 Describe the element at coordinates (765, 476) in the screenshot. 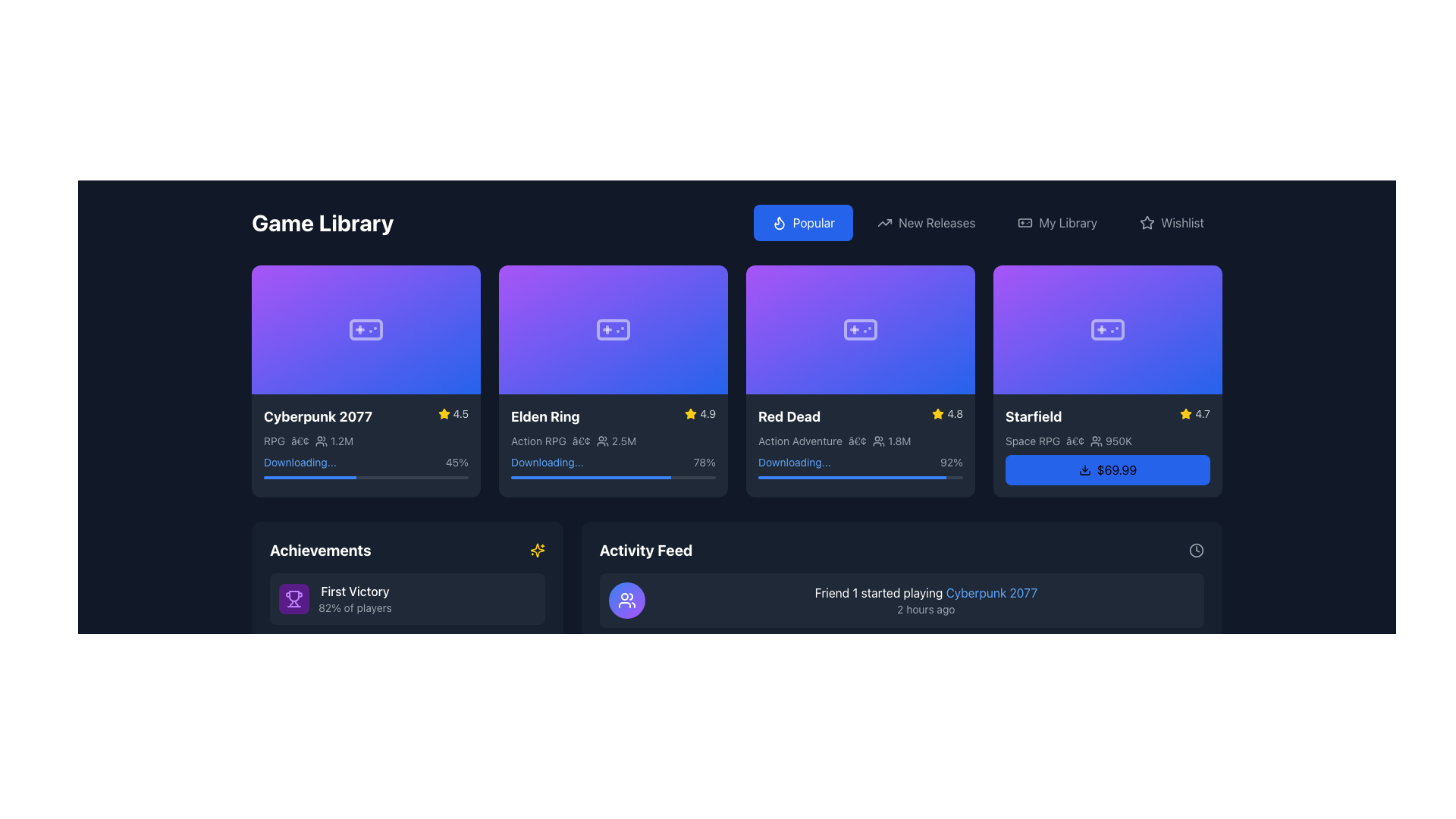

I see `the download progress` at that location.